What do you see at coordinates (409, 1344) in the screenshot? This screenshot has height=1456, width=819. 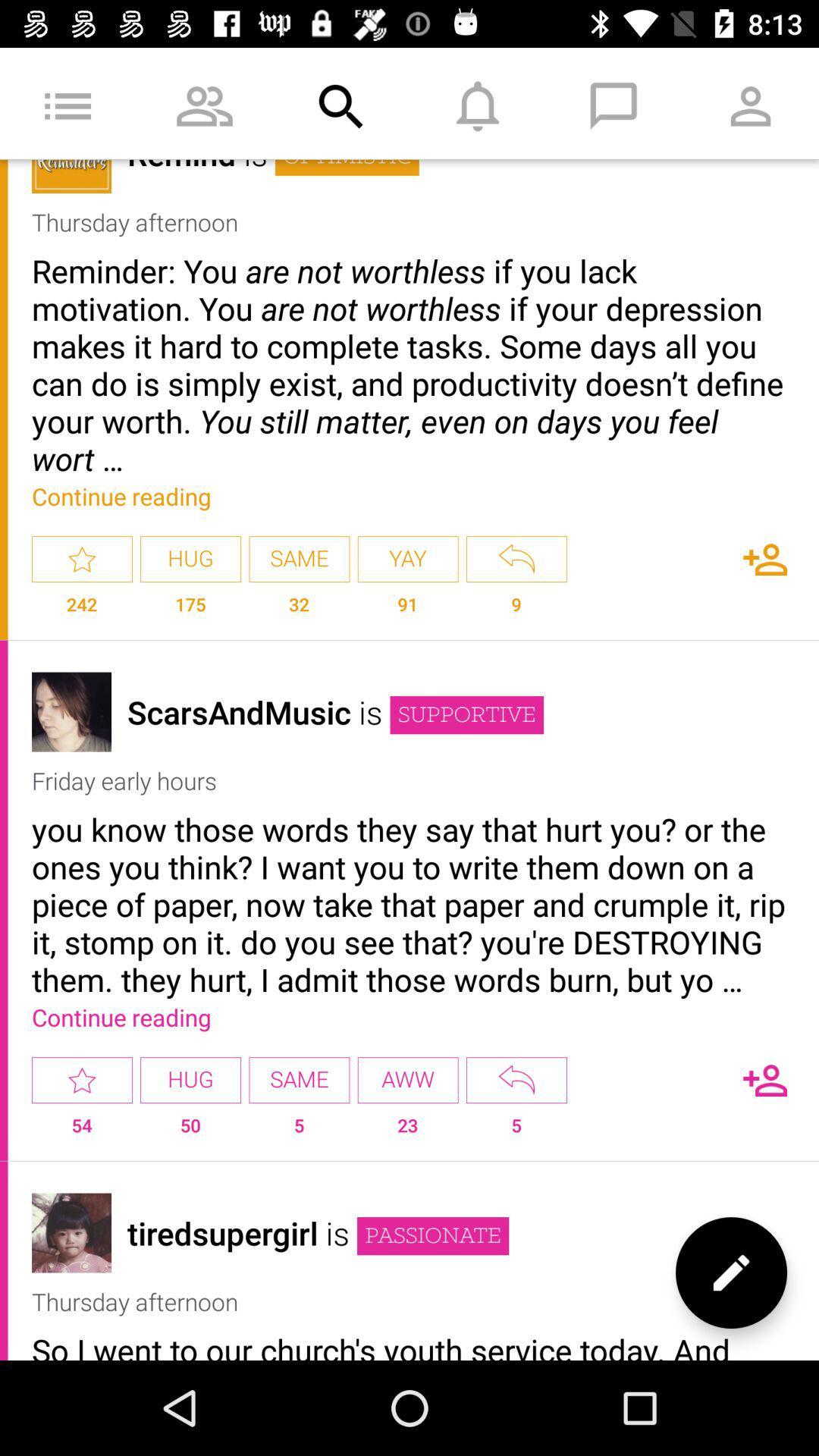 I see `the so i went` at bounding box center [409, 1344].